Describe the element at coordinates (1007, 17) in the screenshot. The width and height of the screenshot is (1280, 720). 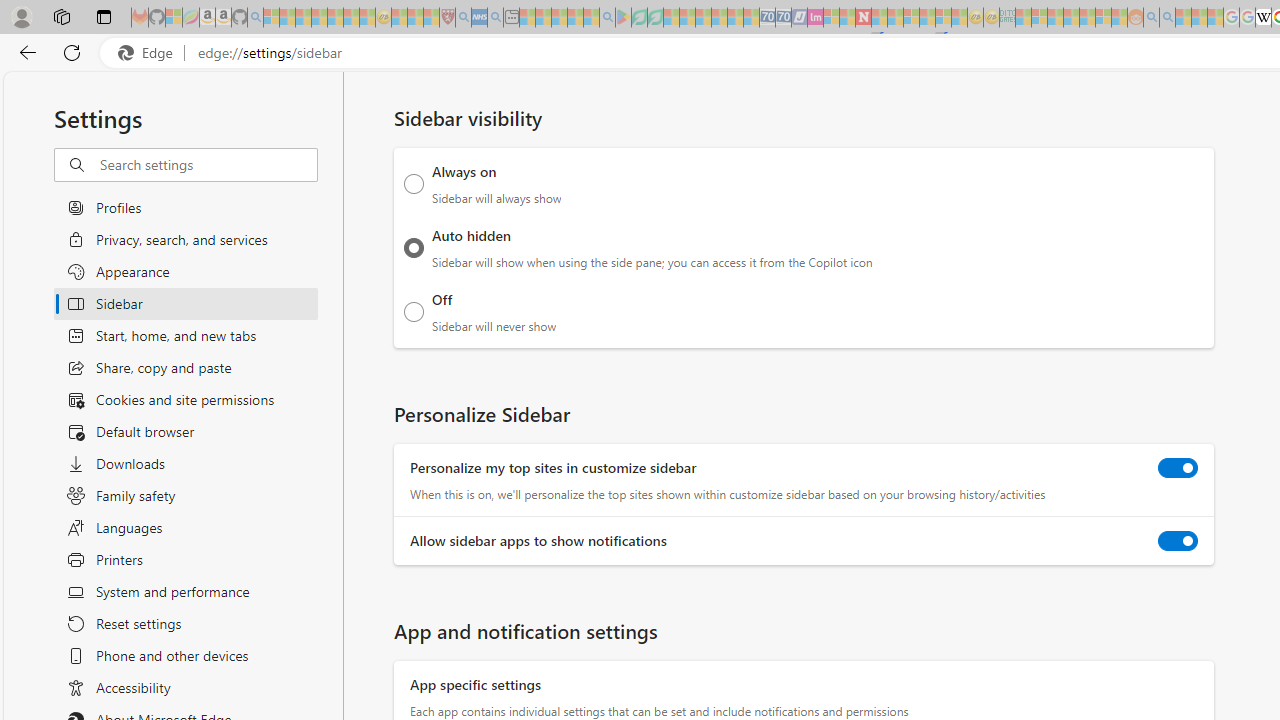
I see `'DITOGAMES AG Imprint - Sleeping'` at that location.